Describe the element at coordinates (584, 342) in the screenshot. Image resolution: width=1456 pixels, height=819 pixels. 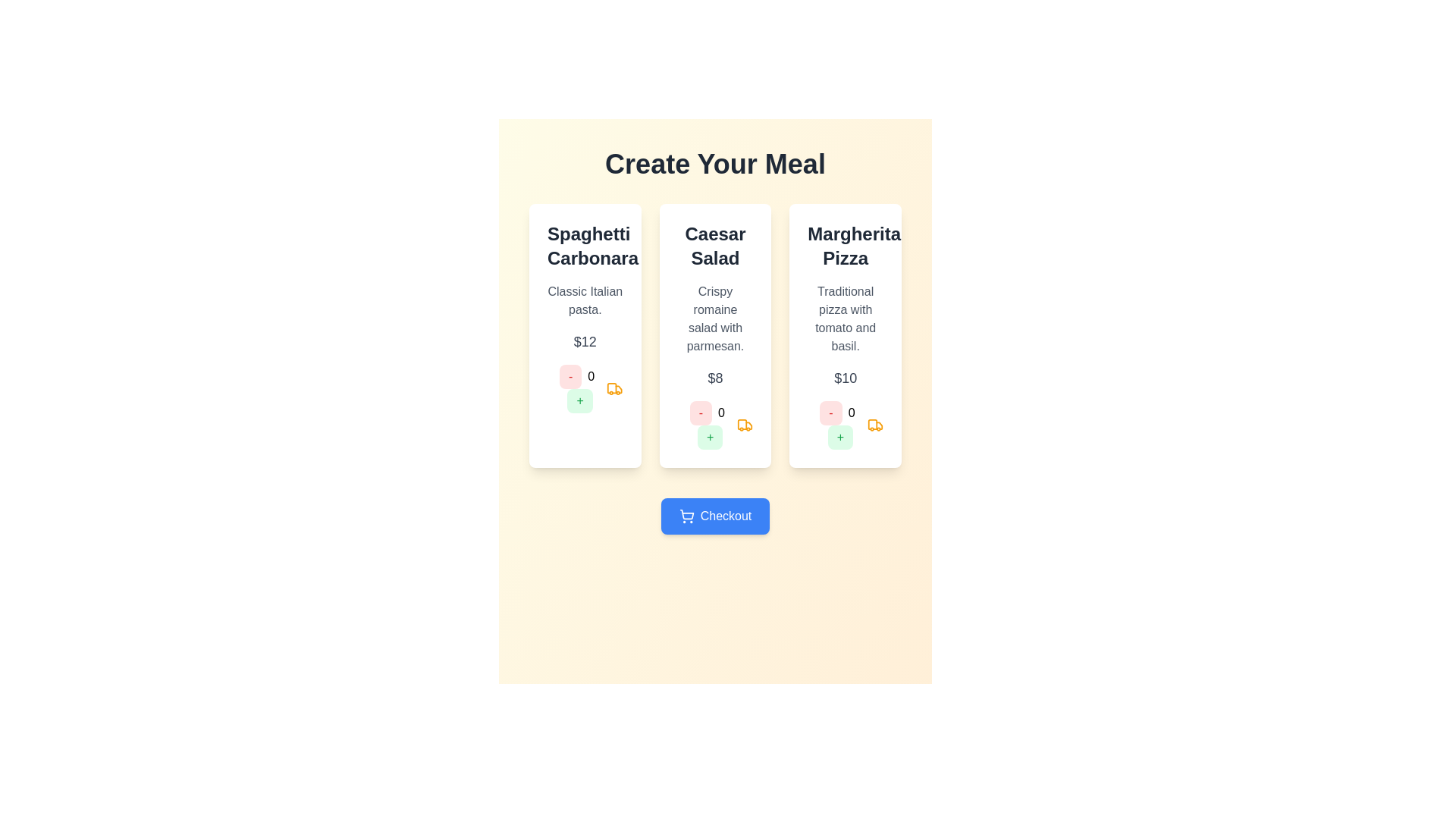
I see `the price label displaying '$12' which is styled in a medium-large font and dark gray color, located within a card layout beneath the description text 'Classic Italian pasta.'` at that location.